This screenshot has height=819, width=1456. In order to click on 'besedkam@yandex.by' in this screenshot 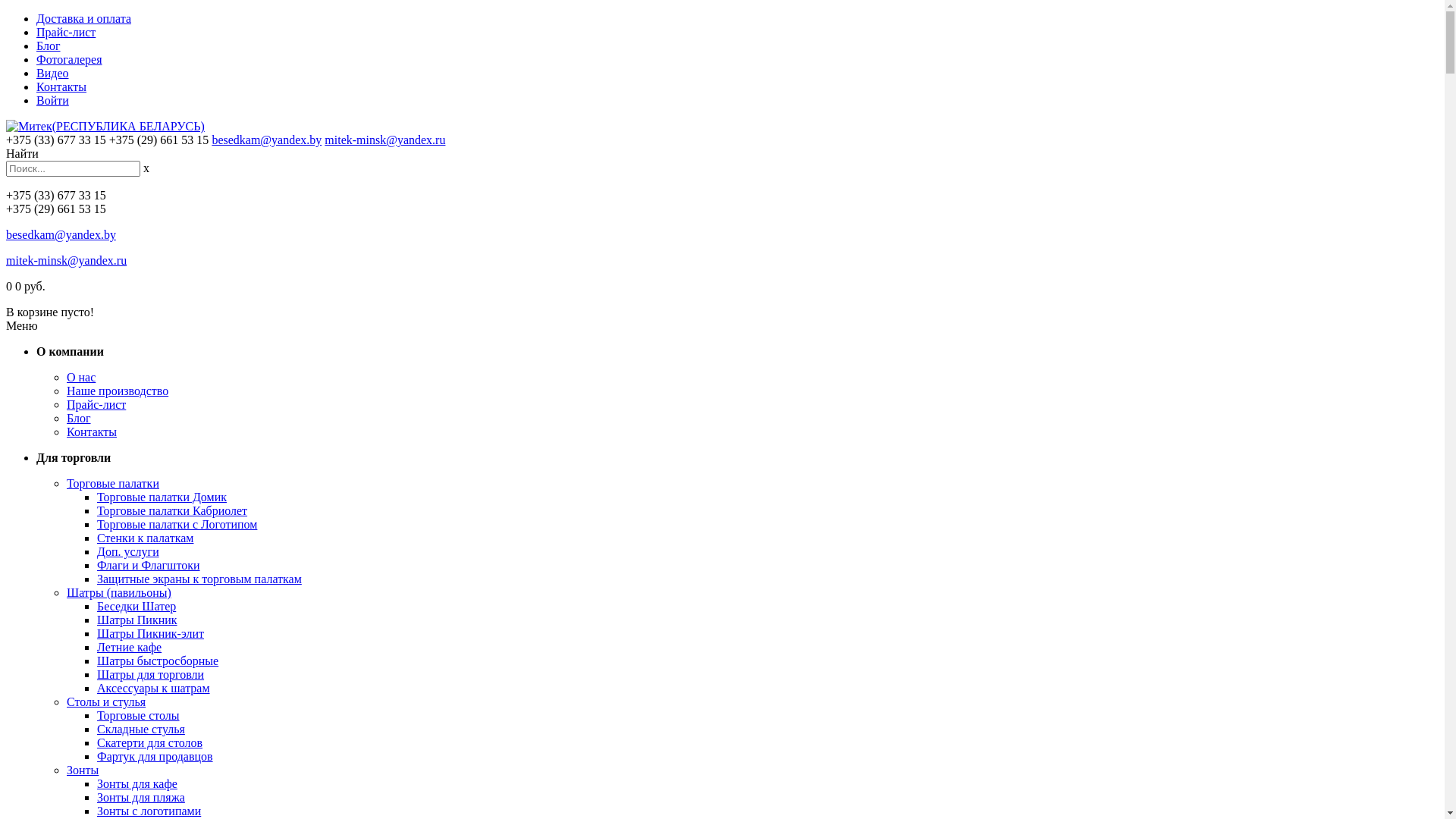, I will do `click(61, 234)`.